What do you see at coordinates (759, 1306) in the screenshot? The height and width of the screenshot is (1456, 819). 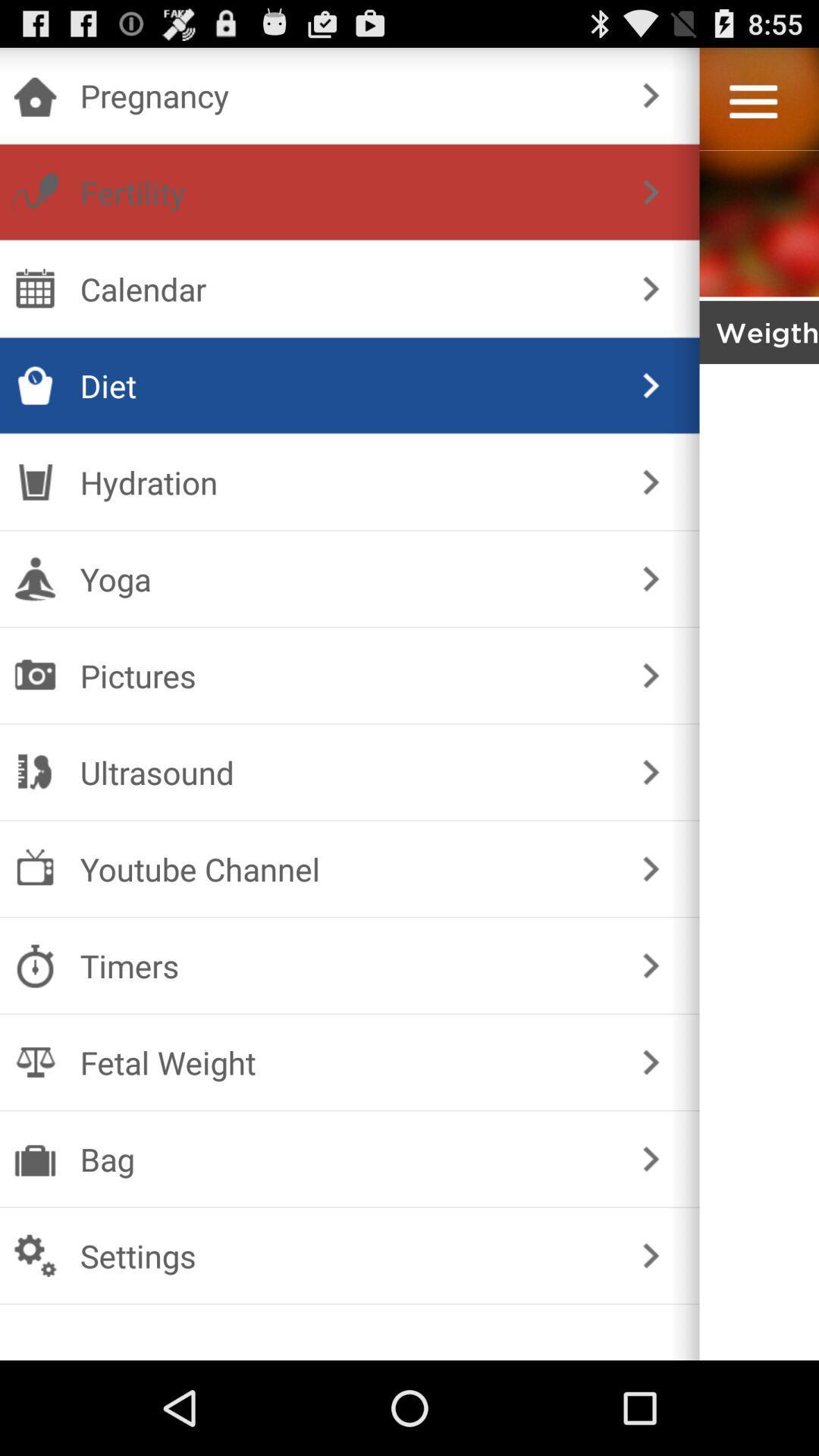 I see `menu` at bounding box center [759, 1306].